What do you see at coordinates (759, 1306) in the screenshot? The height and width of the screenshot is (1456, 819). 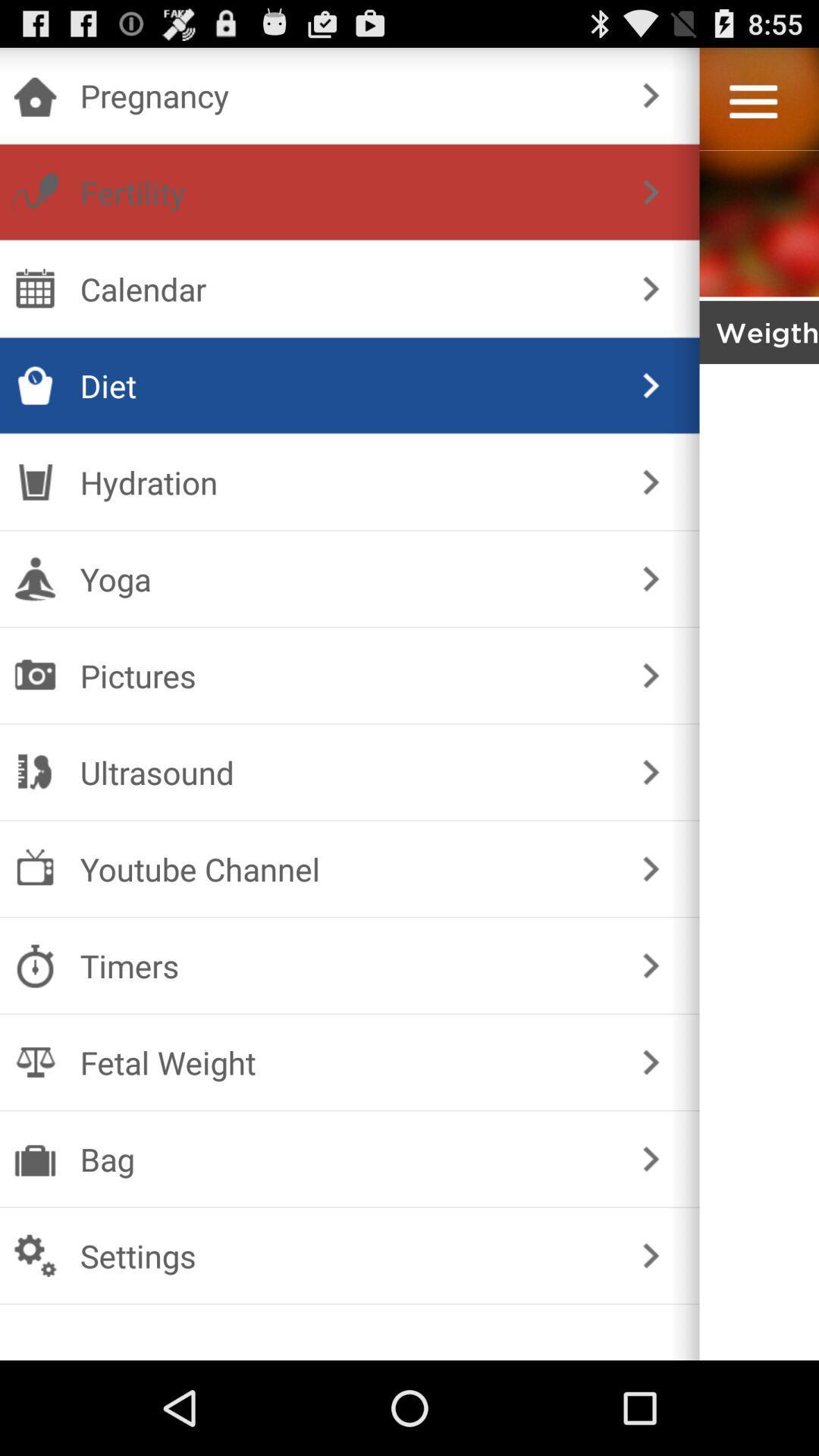 I see `menu` at bounding box center [759, 1306].